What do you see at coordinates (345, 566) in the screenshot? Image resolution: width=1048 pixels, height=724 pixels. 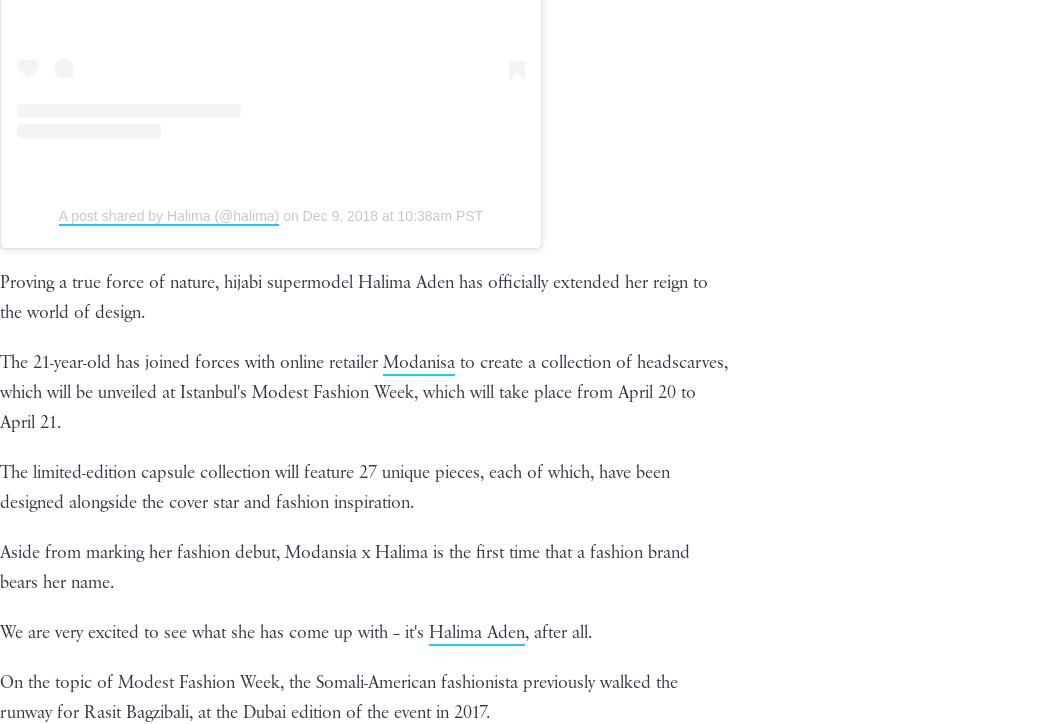 I see `'Aside from marking her fashion debut, Modansia x Halima is the first time that a fashion brand bears her name.'` at bounding box center [345, 566].